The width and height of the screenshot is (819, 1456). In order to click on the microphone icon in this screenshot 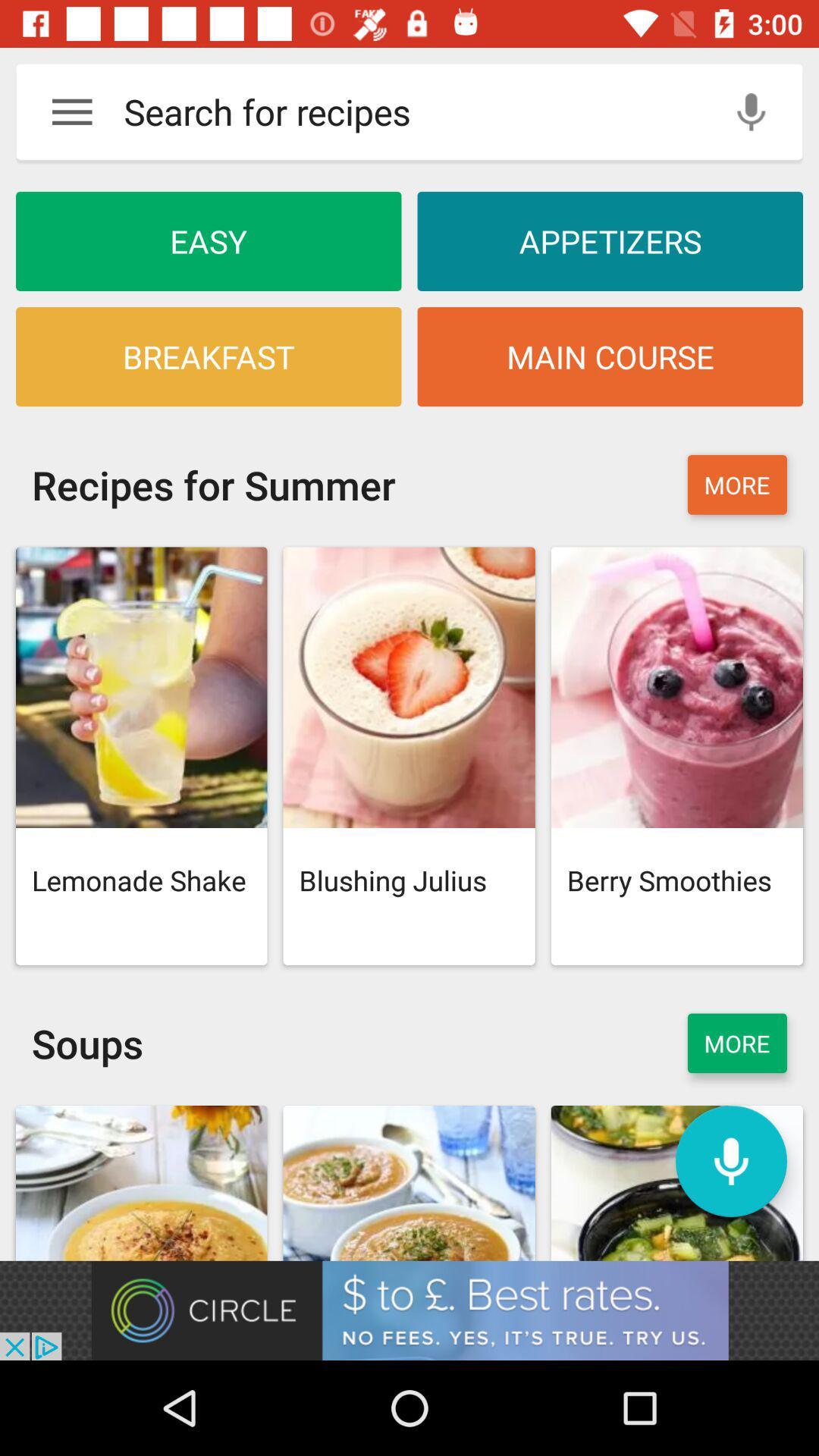, I will do `click(730, 1160)`.